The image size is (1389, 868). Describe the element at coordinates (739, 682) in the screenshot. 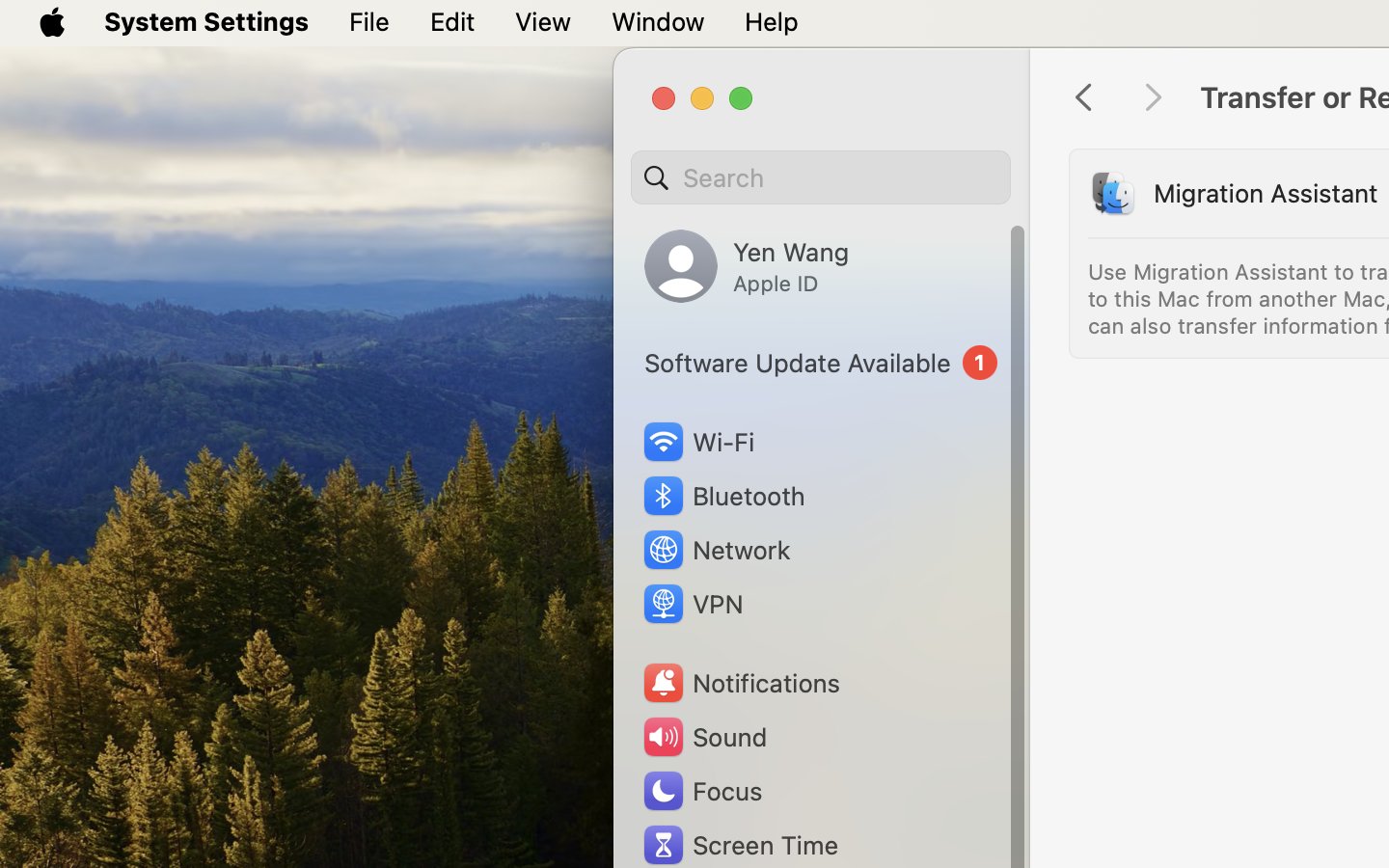

I see `'Notifications'` at that location.